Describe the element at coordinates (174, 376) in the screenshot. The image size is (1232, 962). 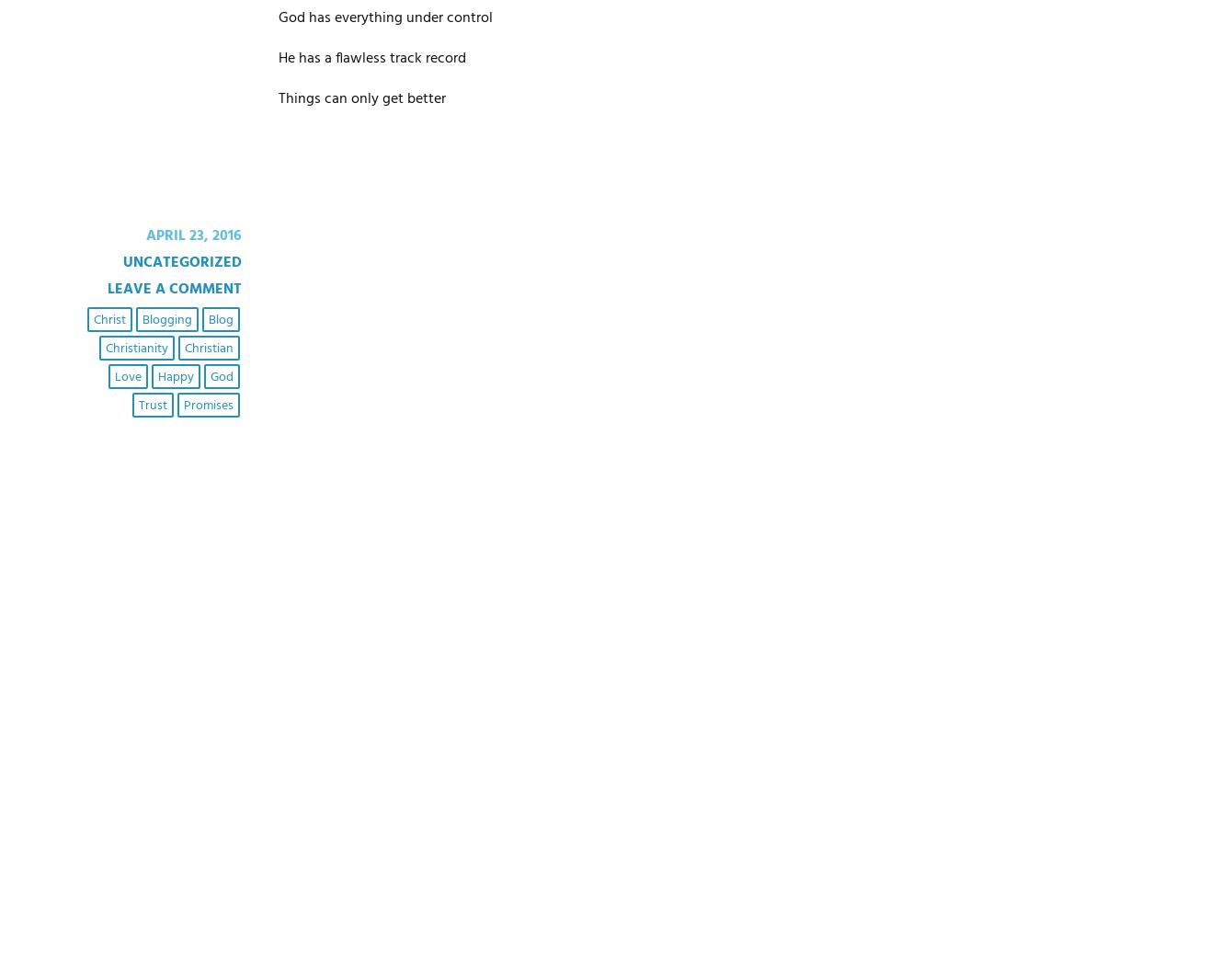
I see `'Happy'` at that location.